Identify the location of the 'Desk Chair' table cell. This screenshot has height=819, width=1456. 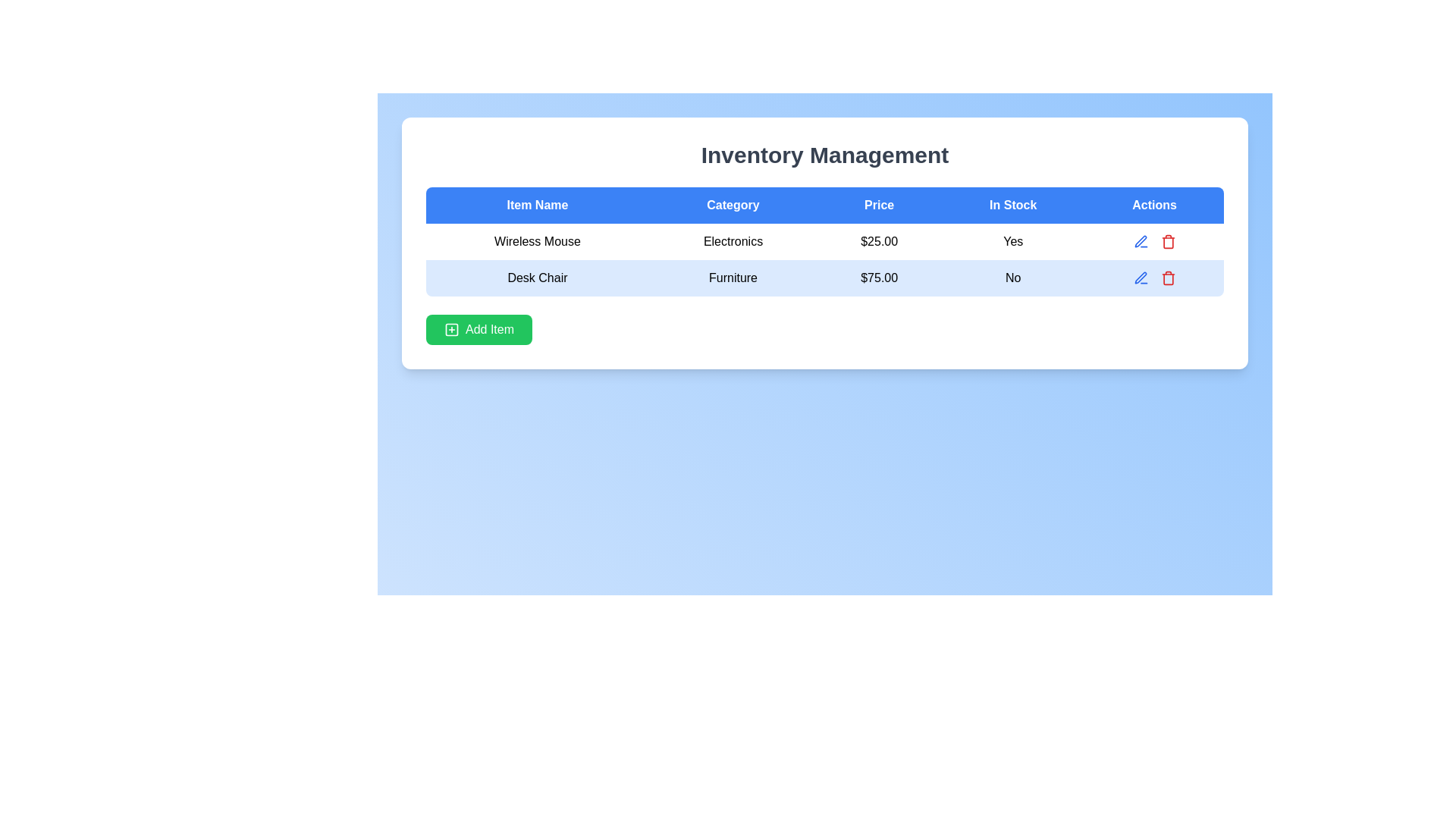
(537, 278).